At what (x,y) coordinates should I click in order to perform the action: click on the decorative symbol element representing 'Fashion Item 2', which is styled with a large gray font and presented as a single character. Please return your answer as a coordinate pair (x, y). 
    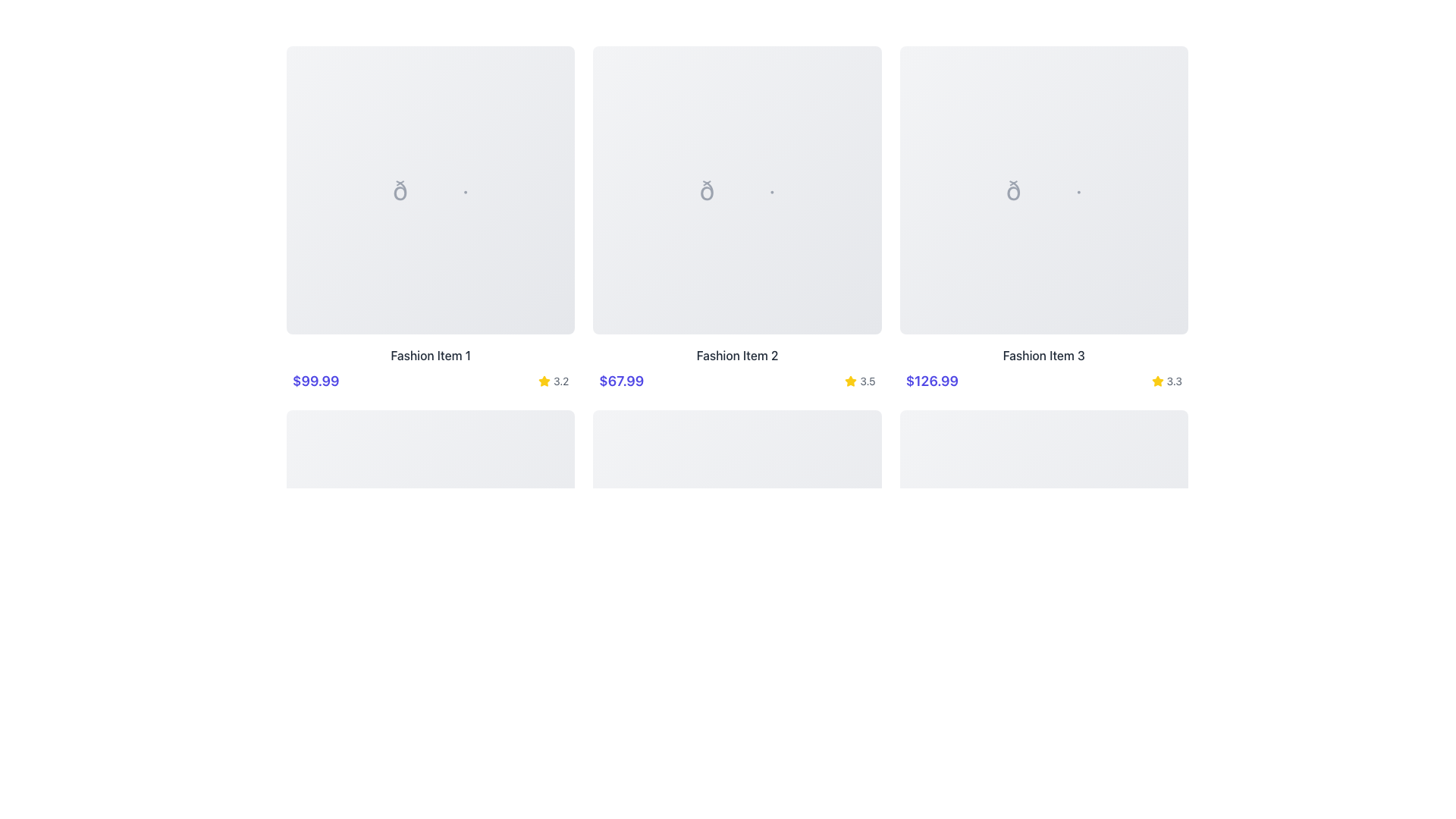
    Looking at the image, I should click on (737, 190).